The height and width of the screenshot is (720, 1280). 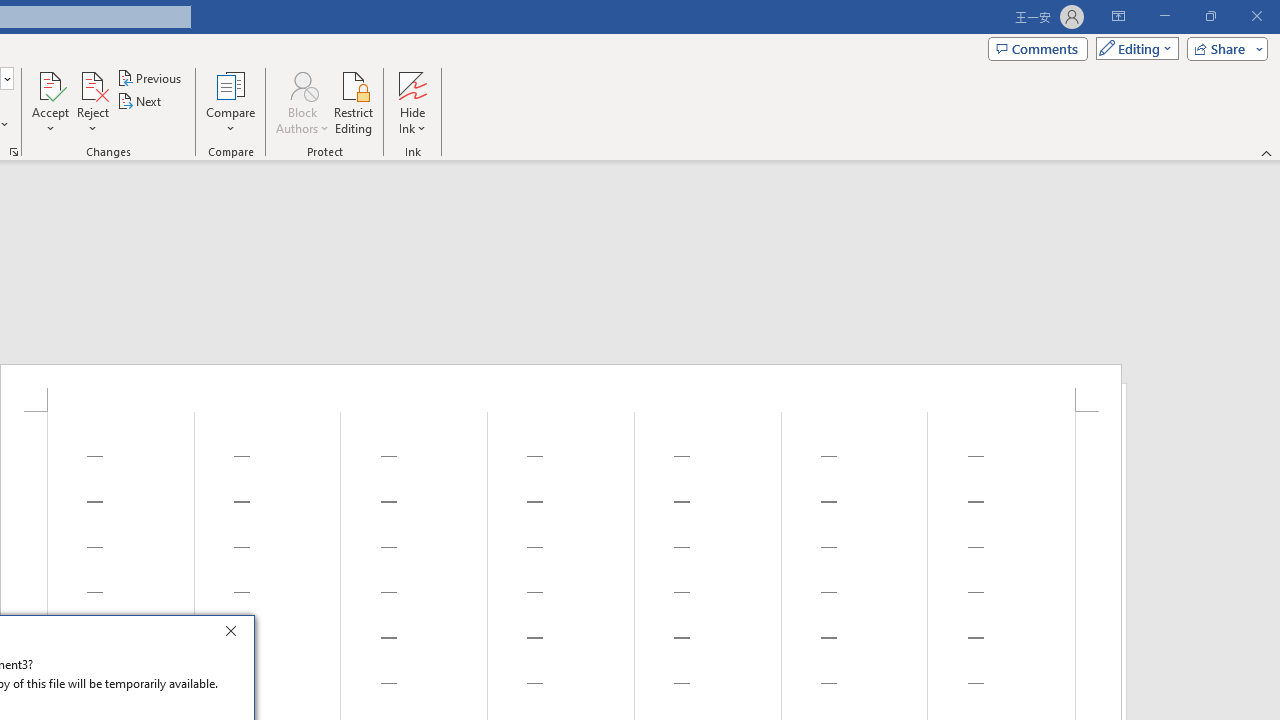 I want to click on 'Next', so click(x=139, y=101).